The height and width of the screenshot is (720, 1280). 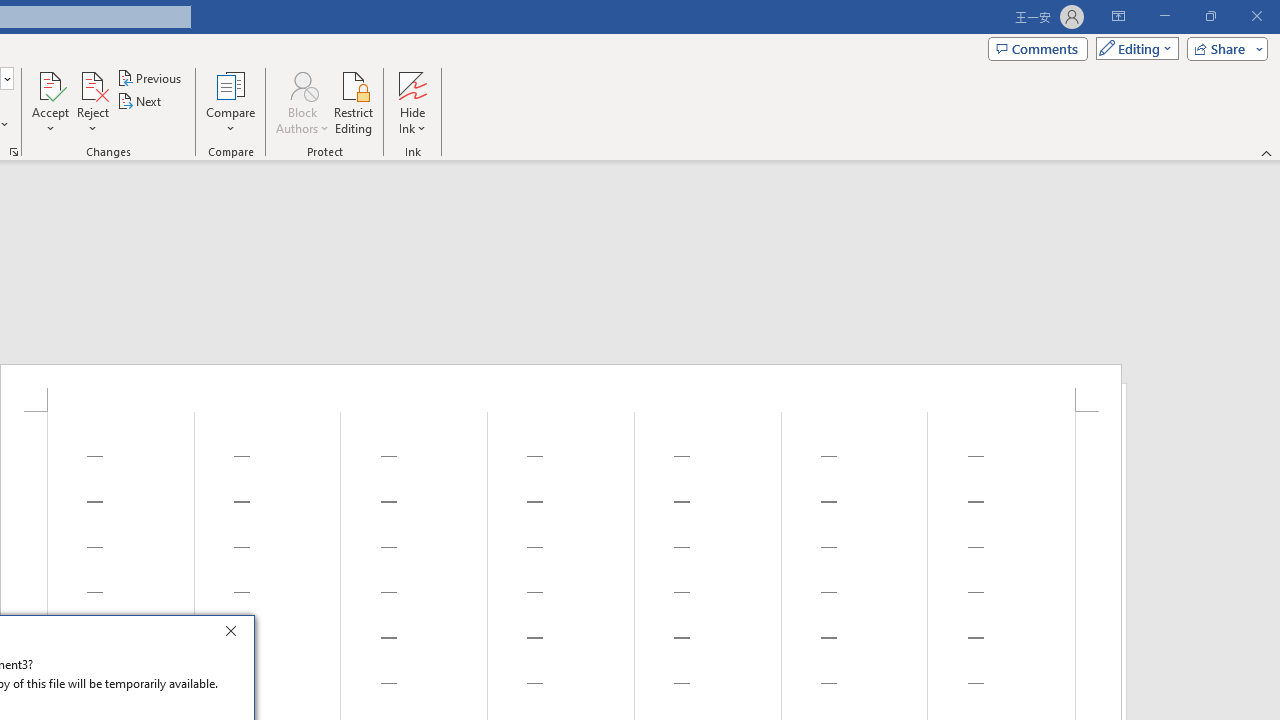 I want to click on 'Next', so click(x=139, y=101).